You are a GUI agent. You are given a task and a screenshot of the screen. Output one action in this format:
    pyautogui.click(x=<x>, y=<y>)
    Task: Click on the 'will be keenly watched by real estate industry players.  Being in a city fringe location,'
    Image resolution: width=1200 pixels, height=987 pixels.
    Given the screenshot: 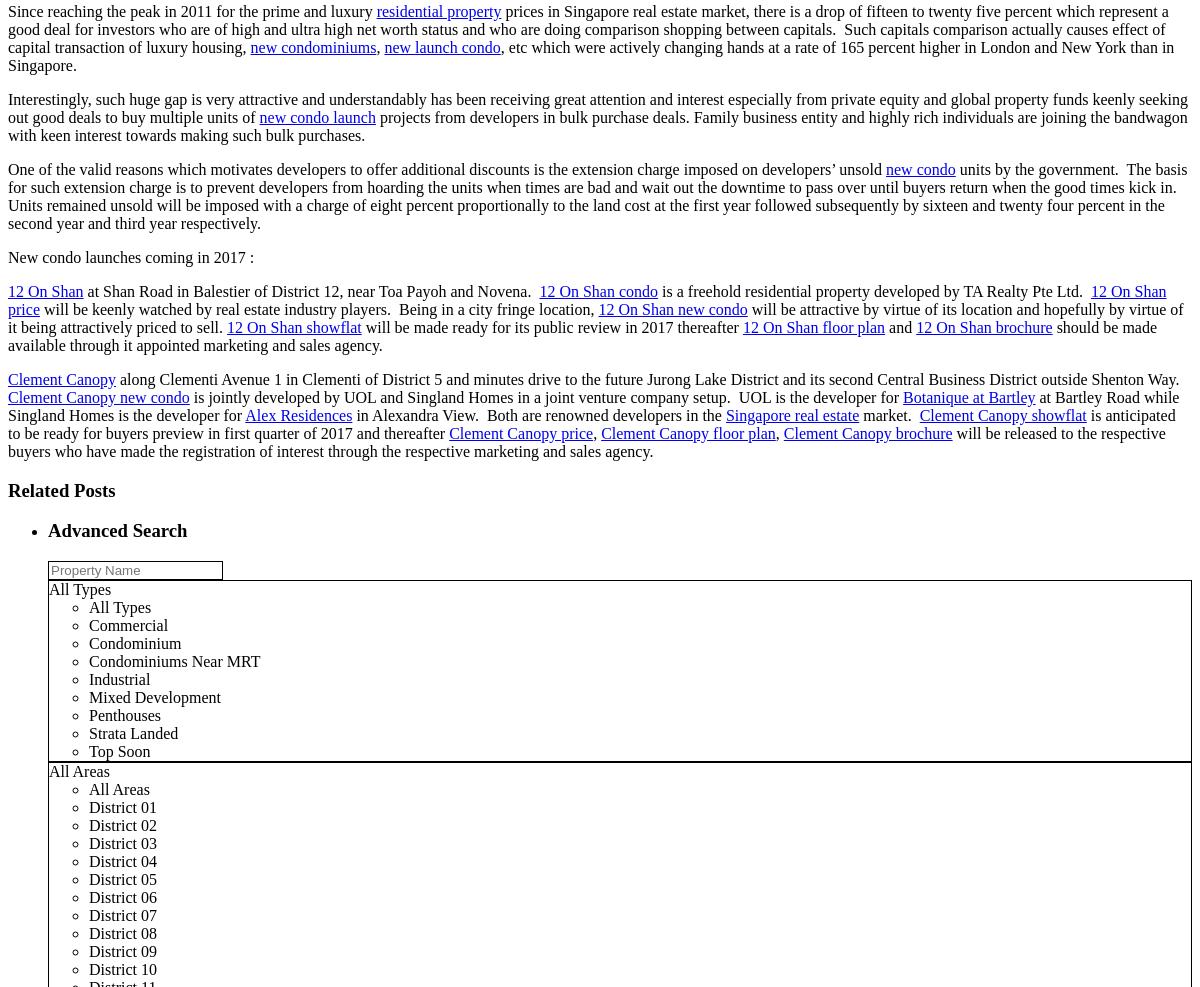 What is the action you would take?
    pyautogui.click(x=39, y=307)
    